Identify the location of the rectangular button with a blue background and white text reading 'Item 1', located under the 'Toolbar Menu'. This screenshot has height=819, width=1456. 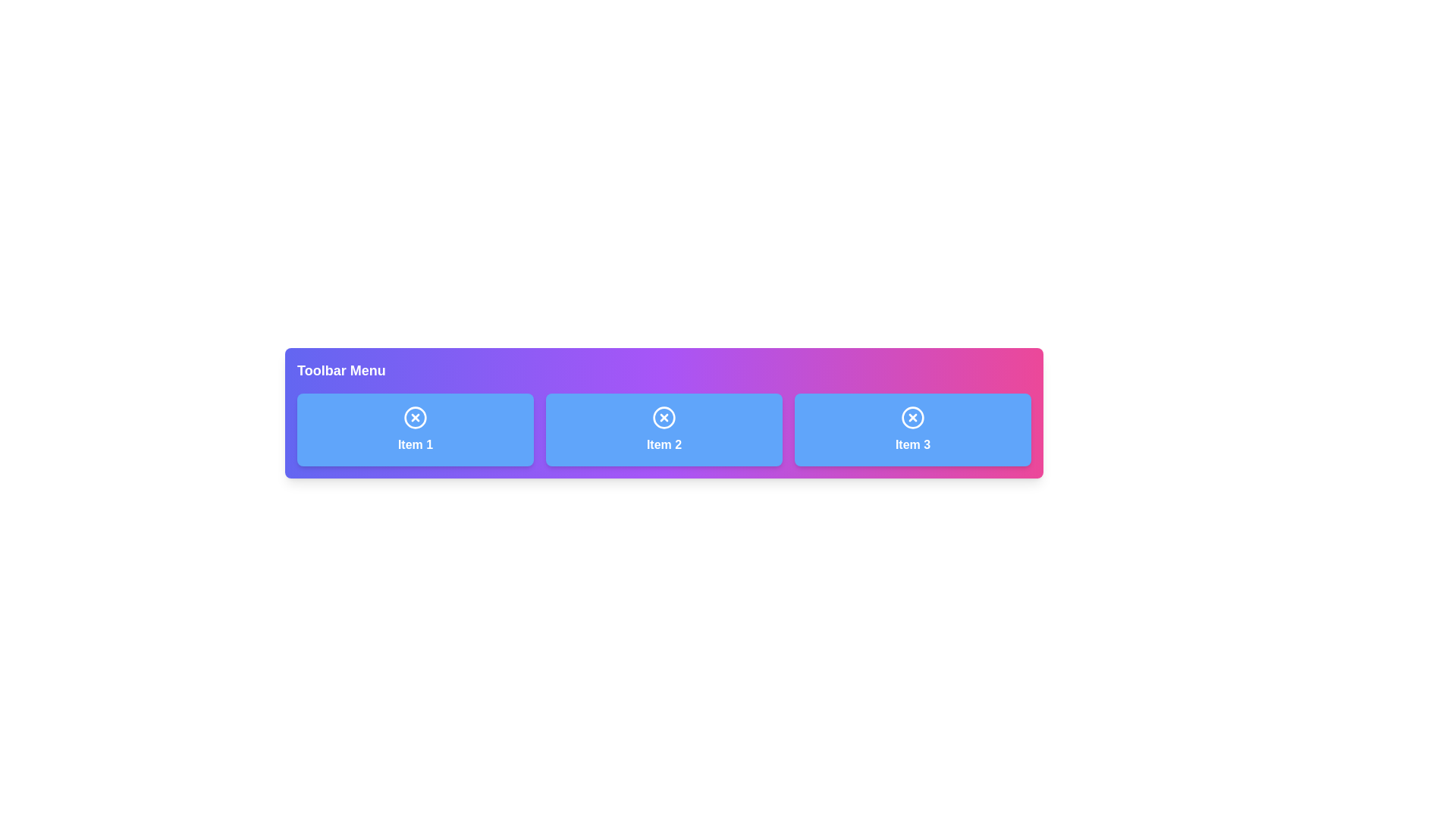
(415, 430).